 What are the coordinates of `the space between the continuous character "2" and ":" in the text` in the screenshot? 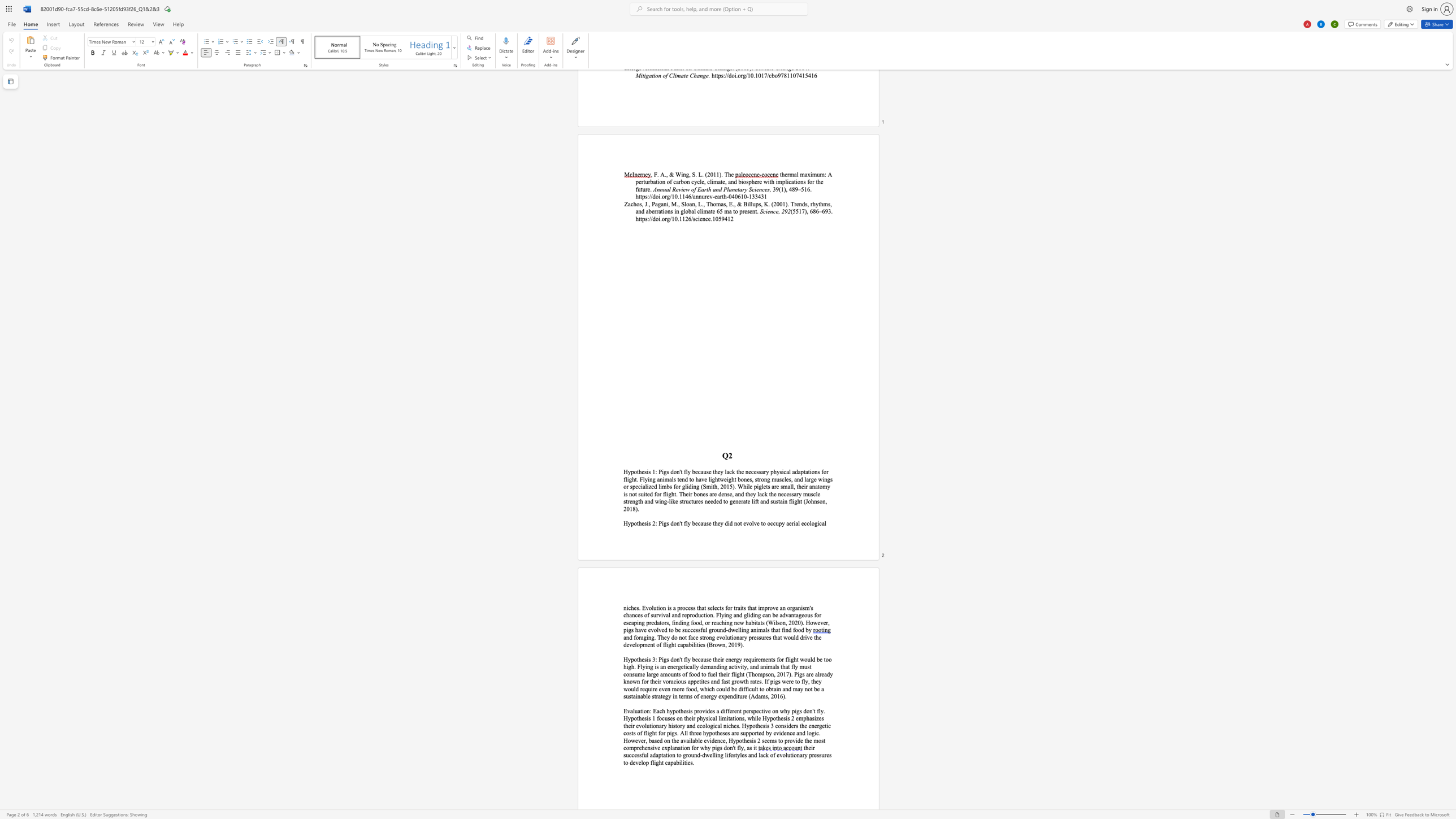 It's located at (654, 522).